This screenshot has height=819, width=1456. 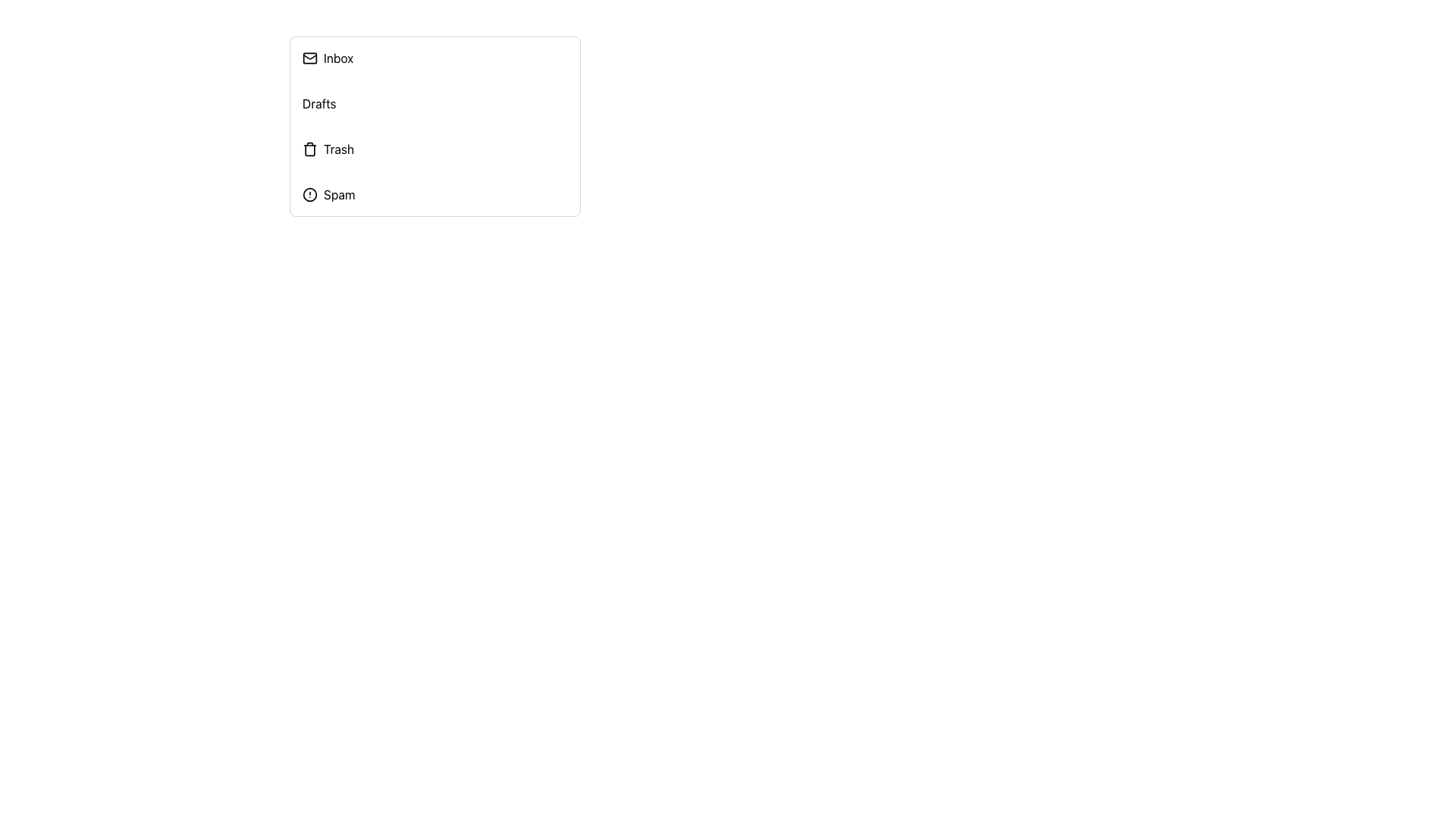 I want to click on the 'Trash' text label in the navigation list, so click(x=337, y=149).